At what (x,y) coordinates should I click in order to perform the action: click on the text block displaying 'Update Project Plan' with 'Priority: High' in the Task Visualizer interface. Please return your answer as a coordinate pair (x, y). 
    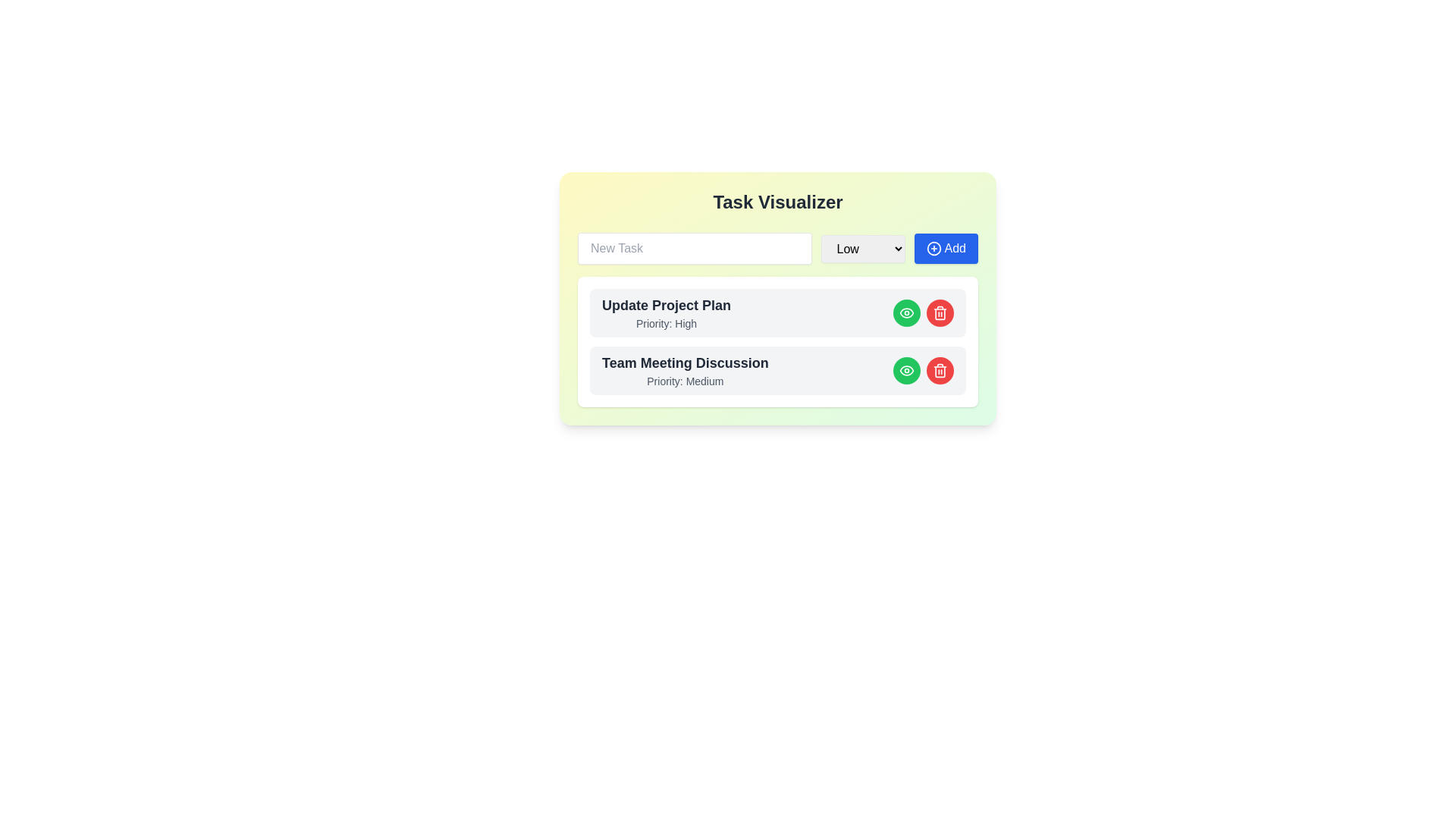
    Looking at the image, I should click on (666, 312).